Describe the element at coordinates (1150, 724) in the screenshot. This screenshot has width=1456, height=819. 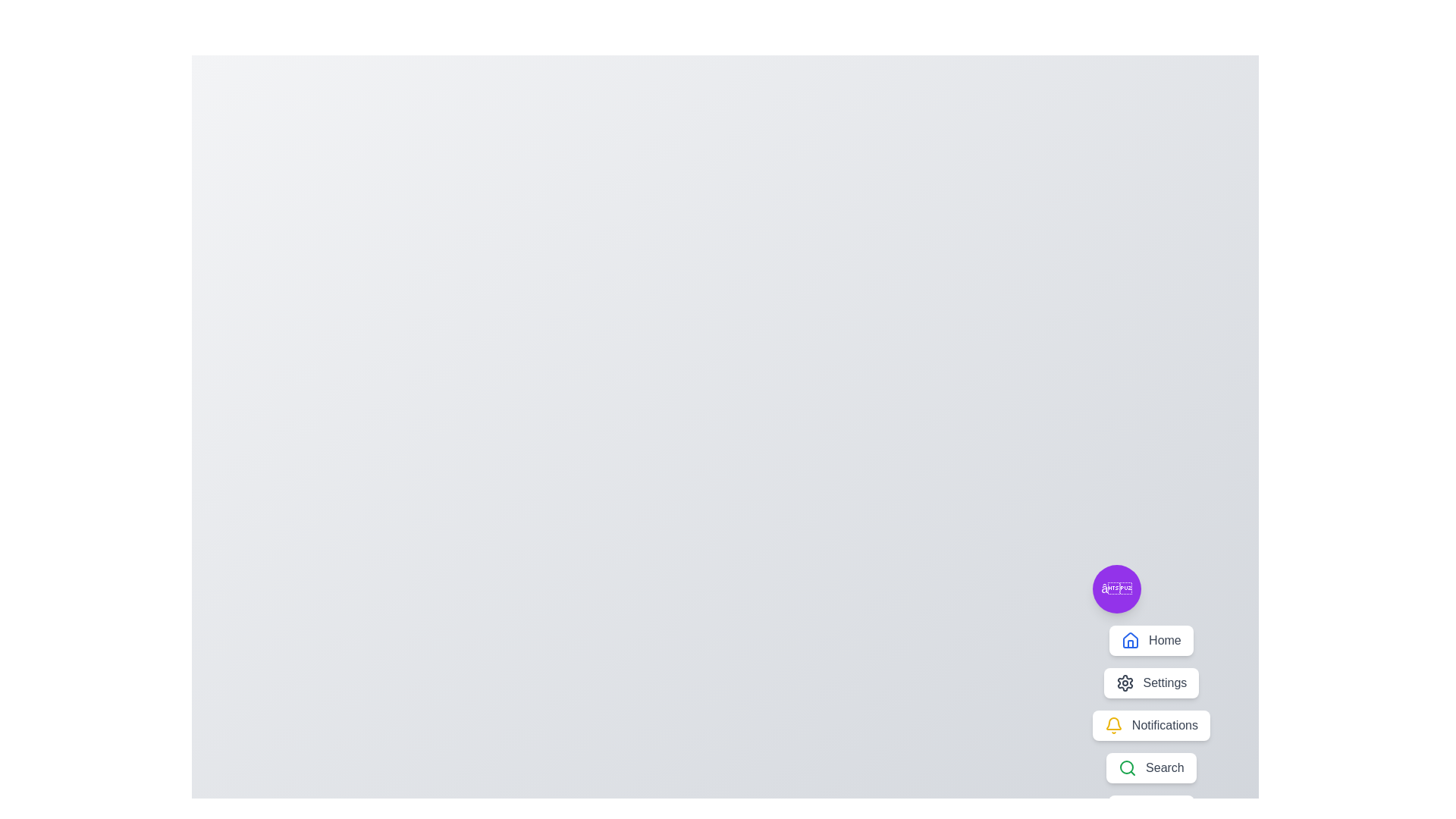
I see `the menu item labeled Notifications` at that location.